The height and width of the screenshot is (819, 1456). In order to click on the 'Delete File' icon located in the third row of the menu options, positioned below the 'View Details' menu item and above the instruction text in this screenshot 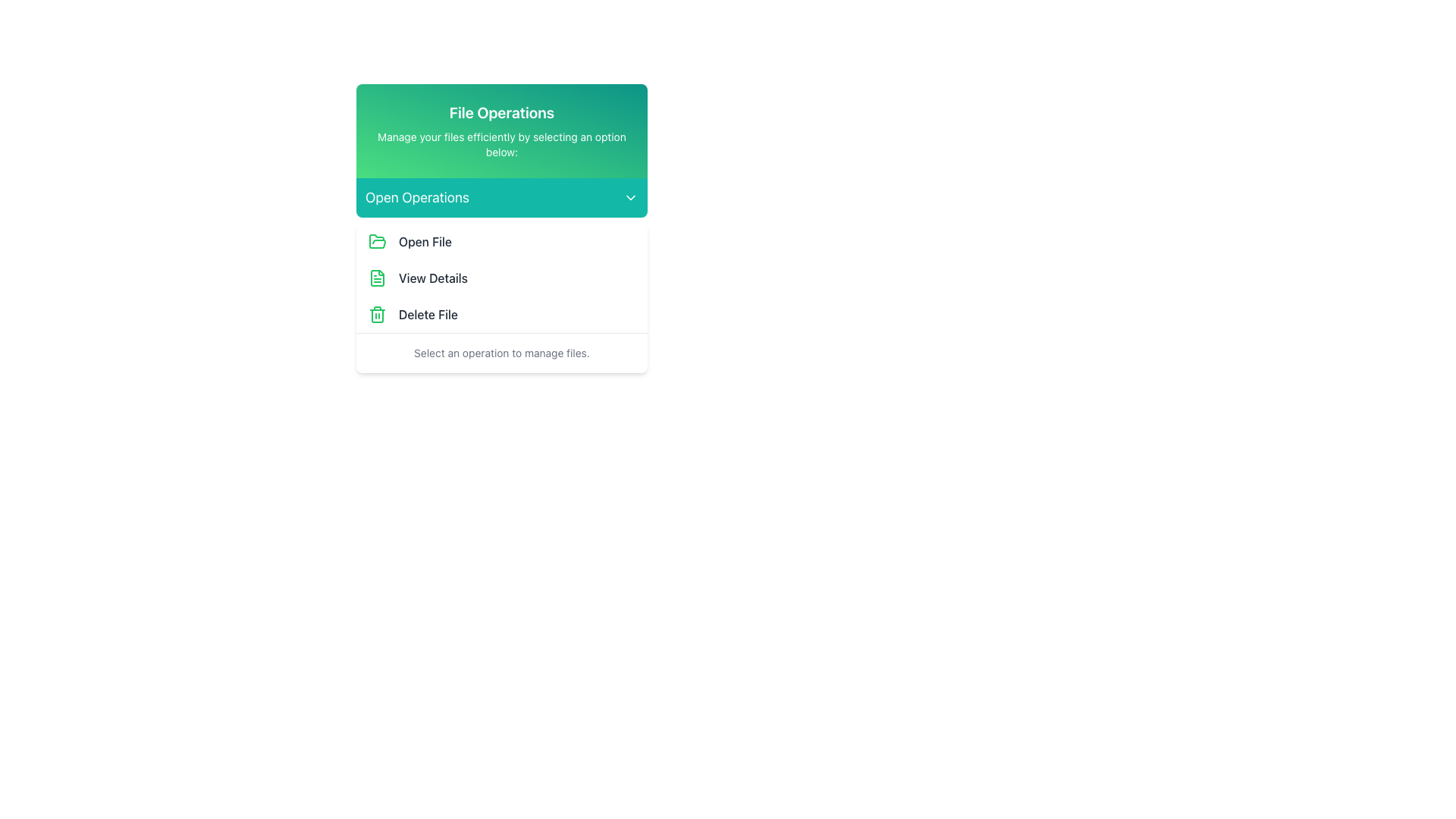, I will do `click(378, 314)`.